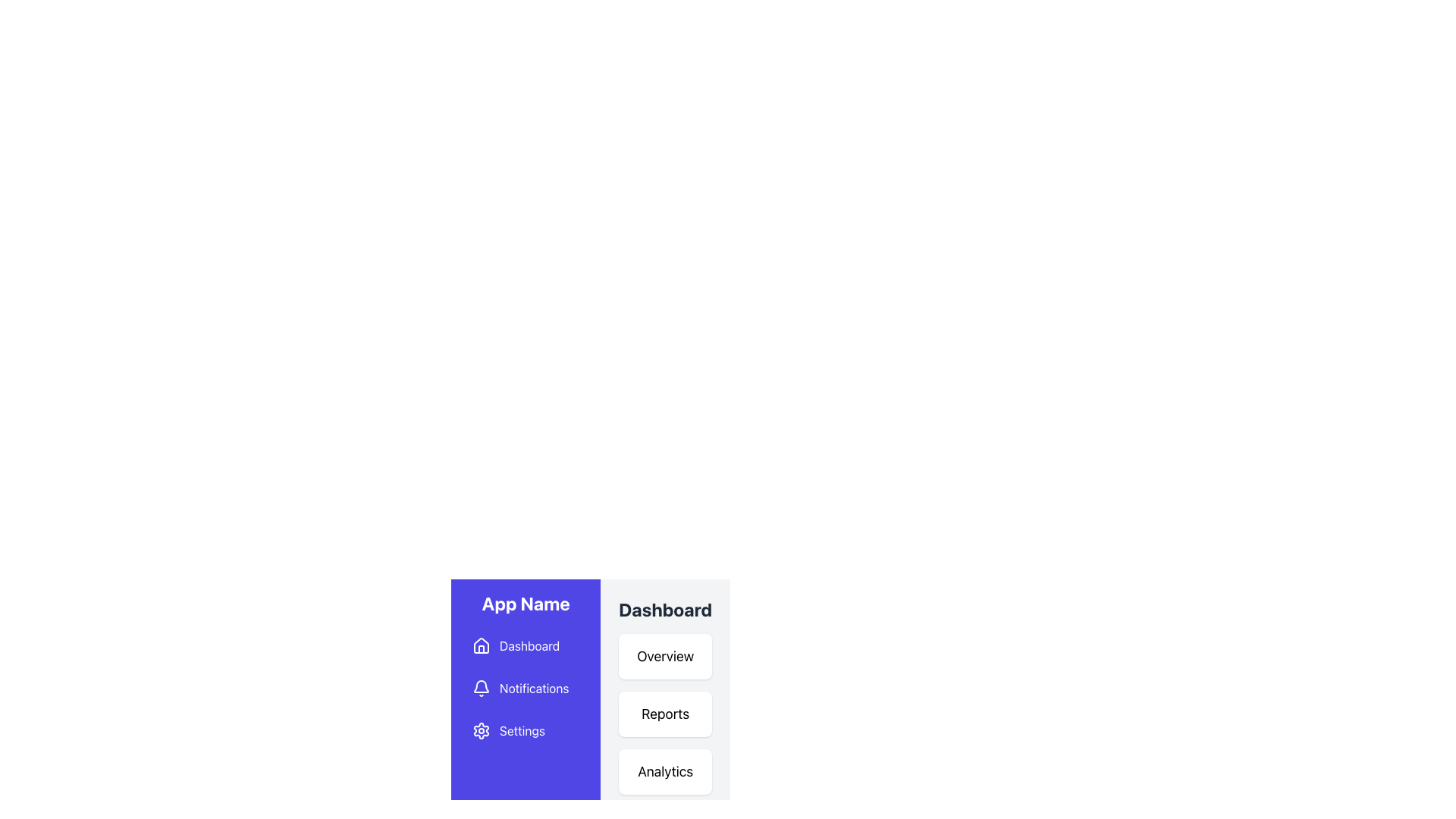  Describe the element at coordinates (480, 730) in the screenshot. I see `the gear icon with a purple background, located to the left of the 'Settings' label in the sidebar` at that location.